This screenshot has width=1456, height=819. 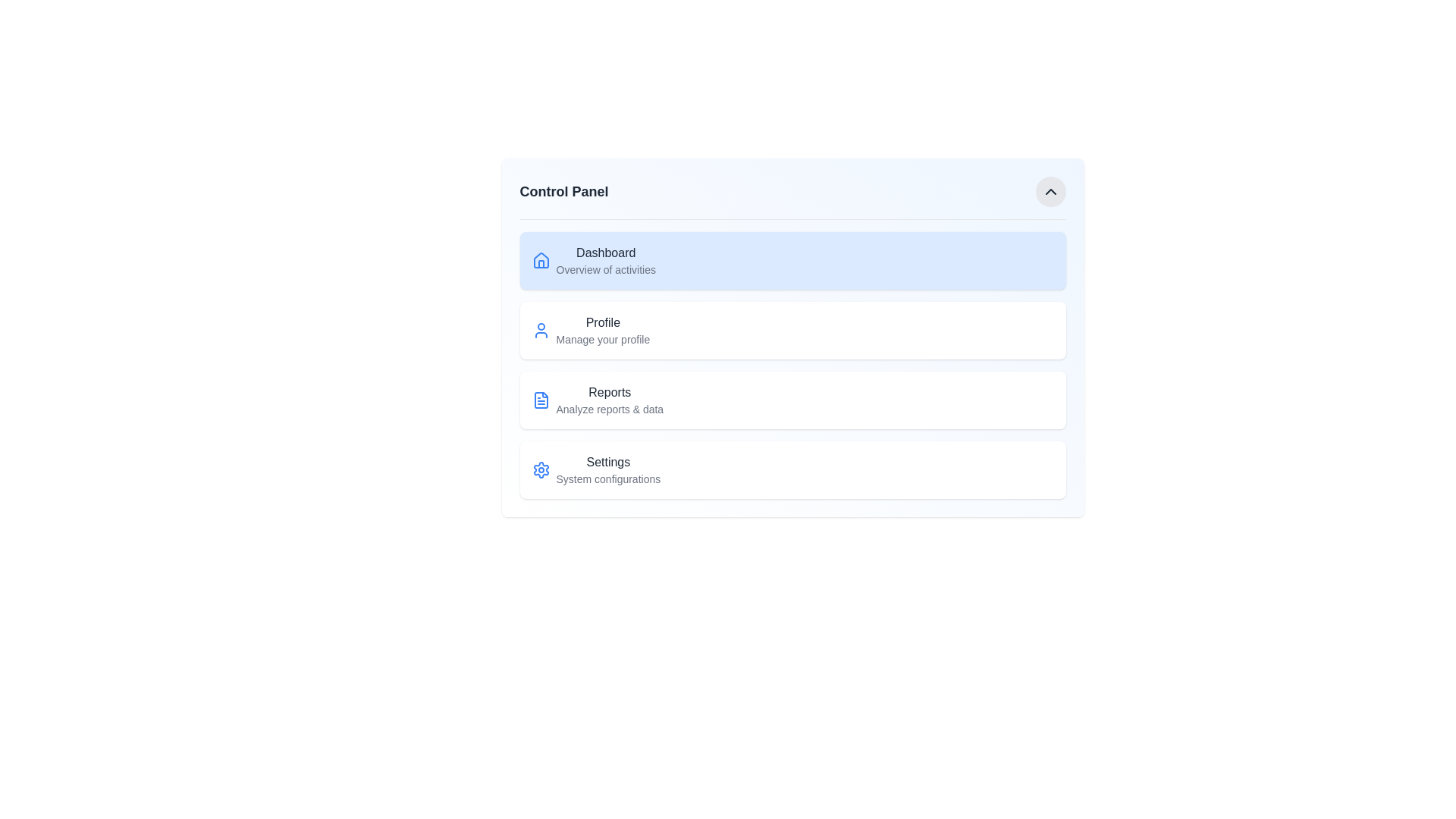 I want to click on the circular blue gear icon that represents settings, located at the top-left area of the 'Settings' card, so click(x=541, y=469).